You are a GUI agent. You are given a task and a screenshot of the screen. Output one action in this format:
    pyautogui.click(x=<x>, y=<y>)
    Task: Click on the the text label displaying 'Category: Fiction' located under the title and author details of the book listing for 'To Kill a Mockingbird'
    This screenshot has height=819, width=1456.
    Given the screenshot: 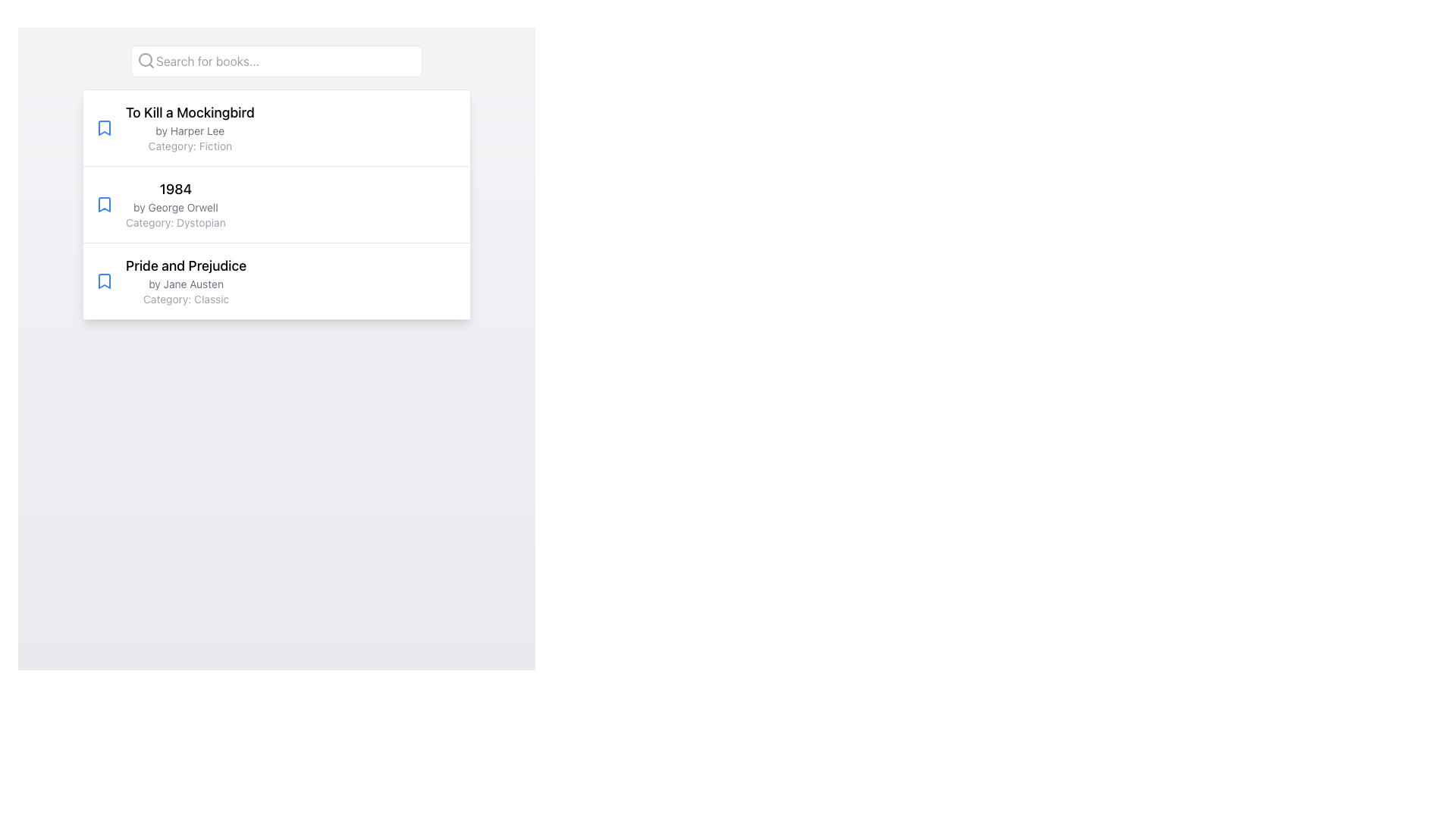 What is the action you would take?
    pyautogui.click(x=189, y=146)
    